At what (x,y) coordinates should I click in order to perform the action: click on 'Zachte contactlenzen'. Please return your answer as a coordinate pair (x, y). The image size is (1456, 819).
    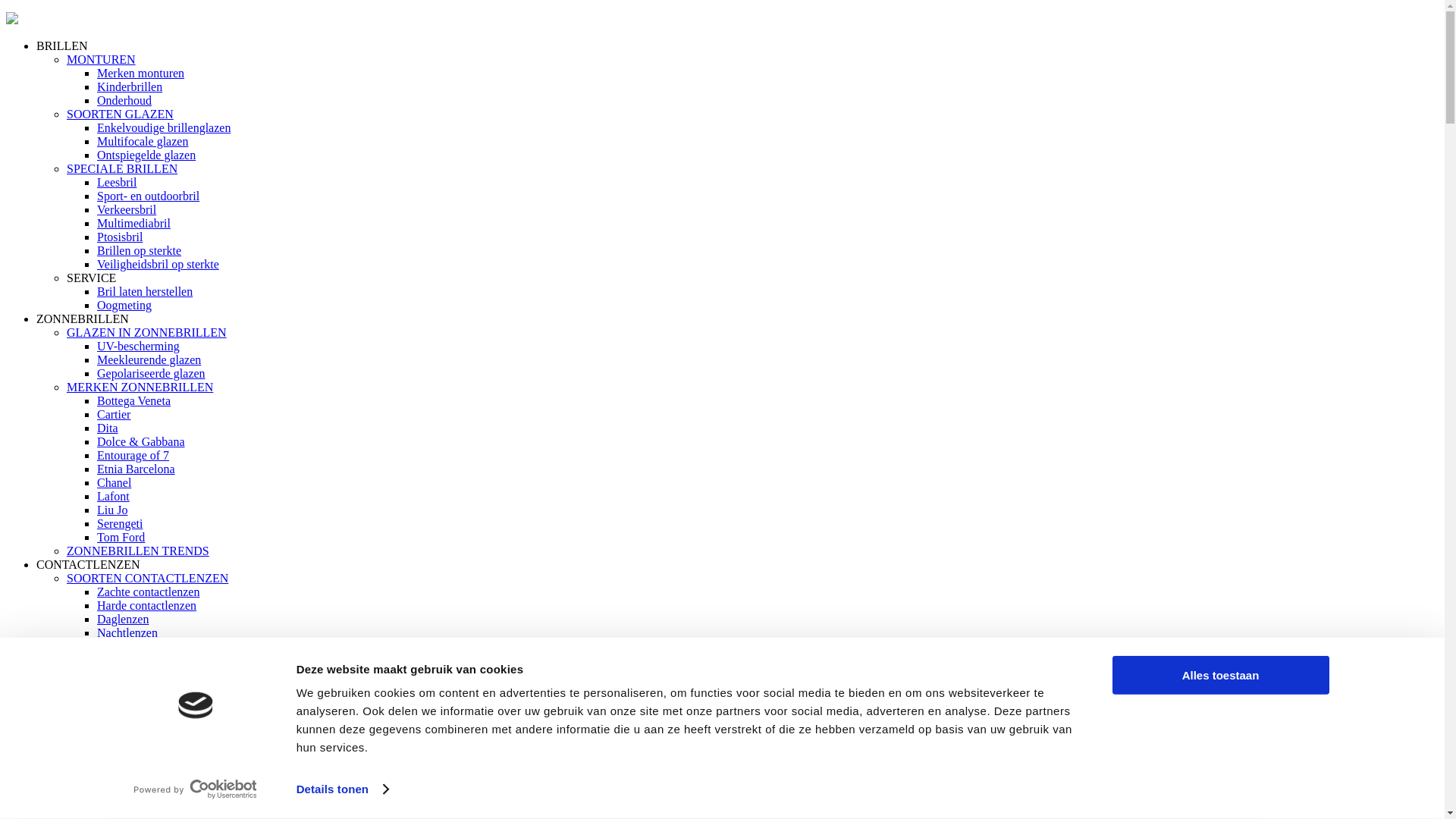
    Looking at the image, I should click on (148, 591).